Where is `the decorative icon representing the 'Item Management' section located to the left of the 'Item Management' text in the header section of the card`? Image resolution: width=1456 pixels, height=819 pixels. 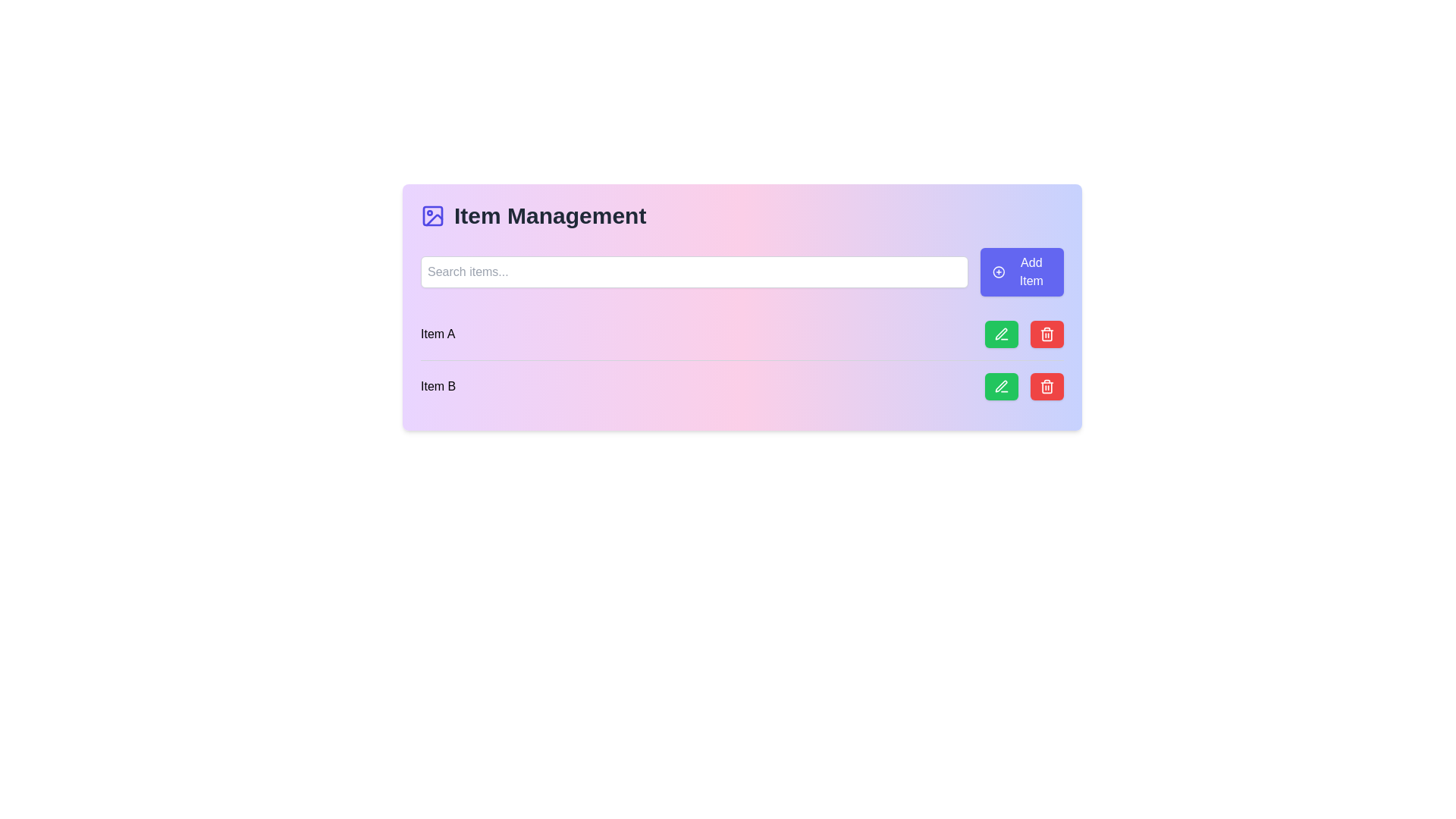
the decorative icon representing the 'Item Management' section located to the left of the 'Item Management' text in the header section of the card is located at coordinates (432, 216).